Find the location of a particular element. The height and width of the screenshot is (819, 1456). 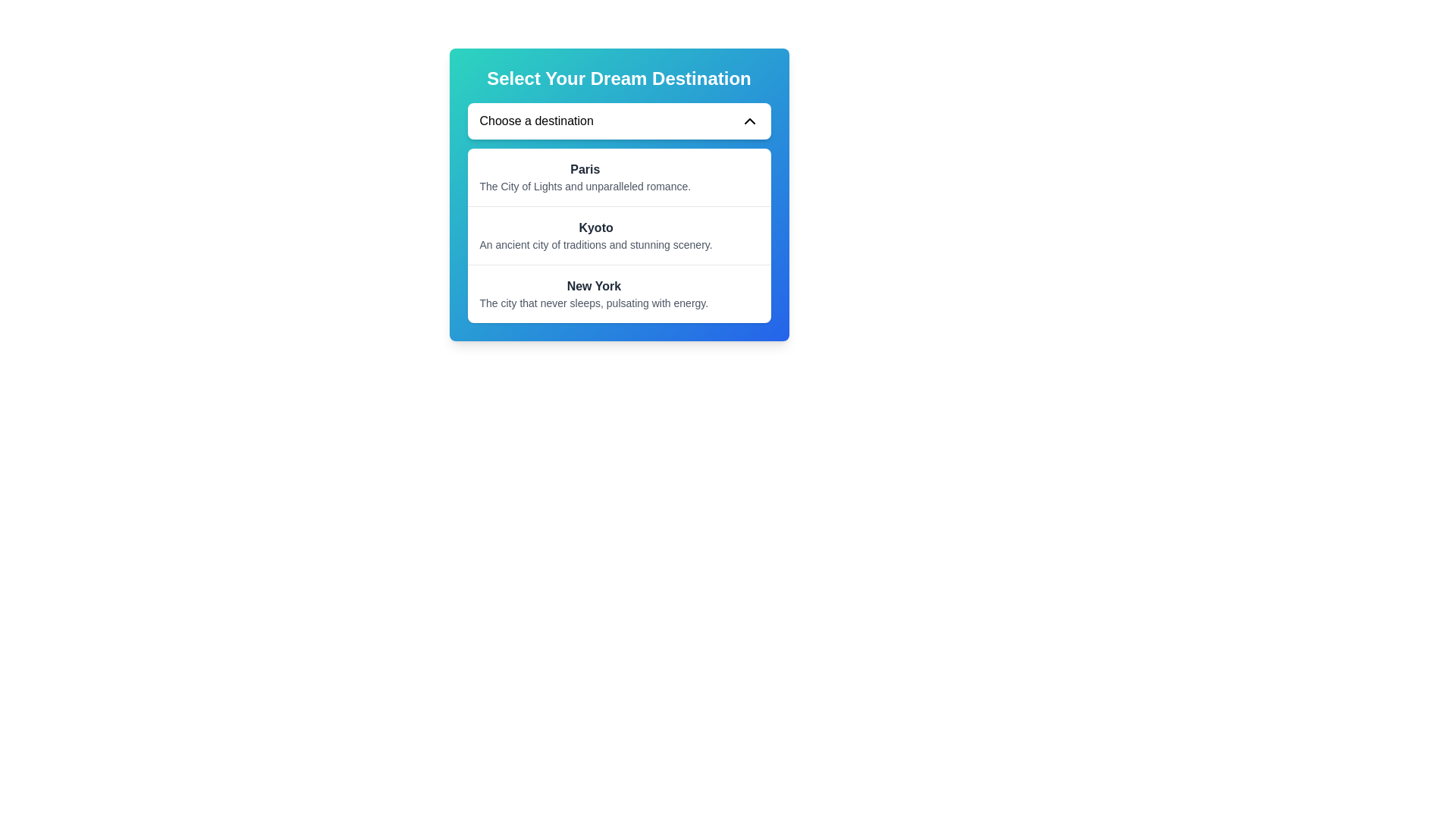

the informational text element located directly below the title 'Kyoto', which is the second line of text under the list item, providing context about the destination is located at coordinates (595, 244).